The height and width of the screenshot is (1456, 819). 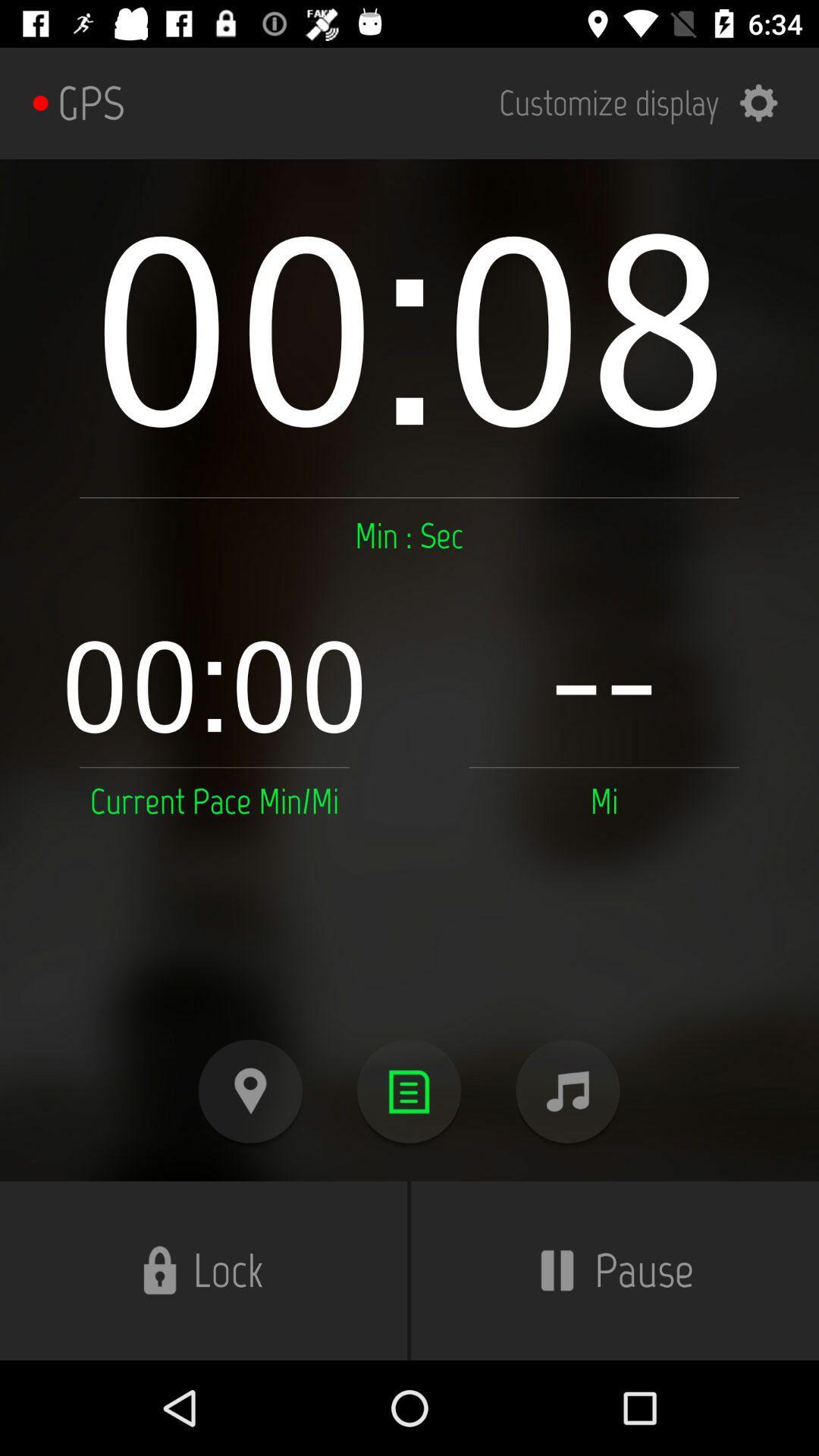 What do you see at coordinates (249, 1090) in the screenshot?
I see `location gps` at bounding box center [249, 1090].